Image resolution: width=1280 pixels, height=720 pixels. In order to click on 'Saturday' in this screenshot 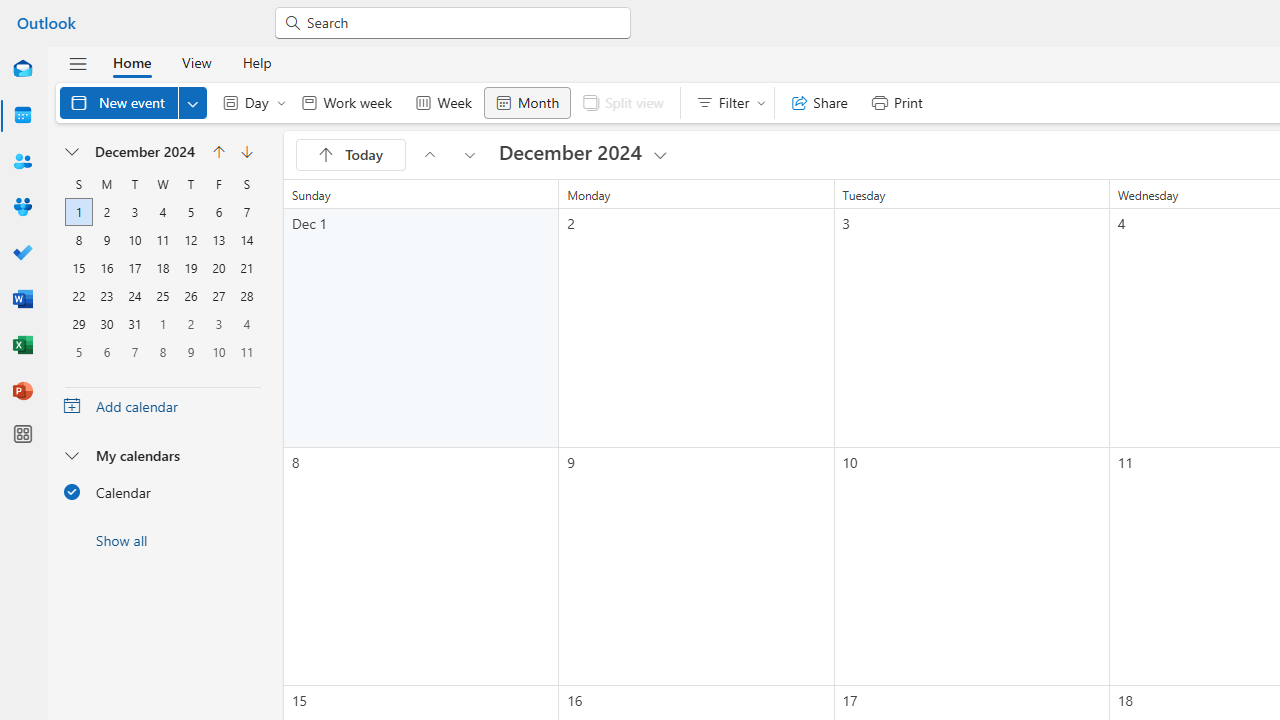, I will do `click(246, 183)`.